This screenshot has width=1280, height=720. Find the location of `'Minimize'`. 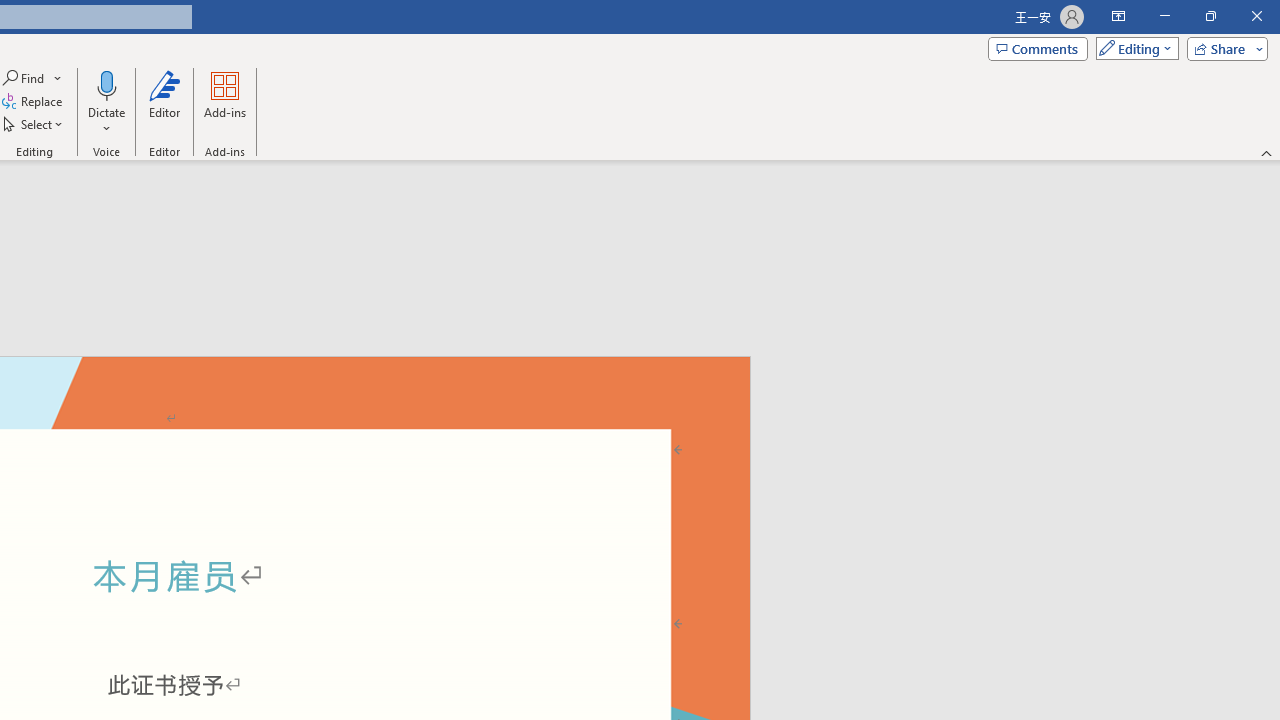

'Minimize' is located at coordinates (1164, 16).